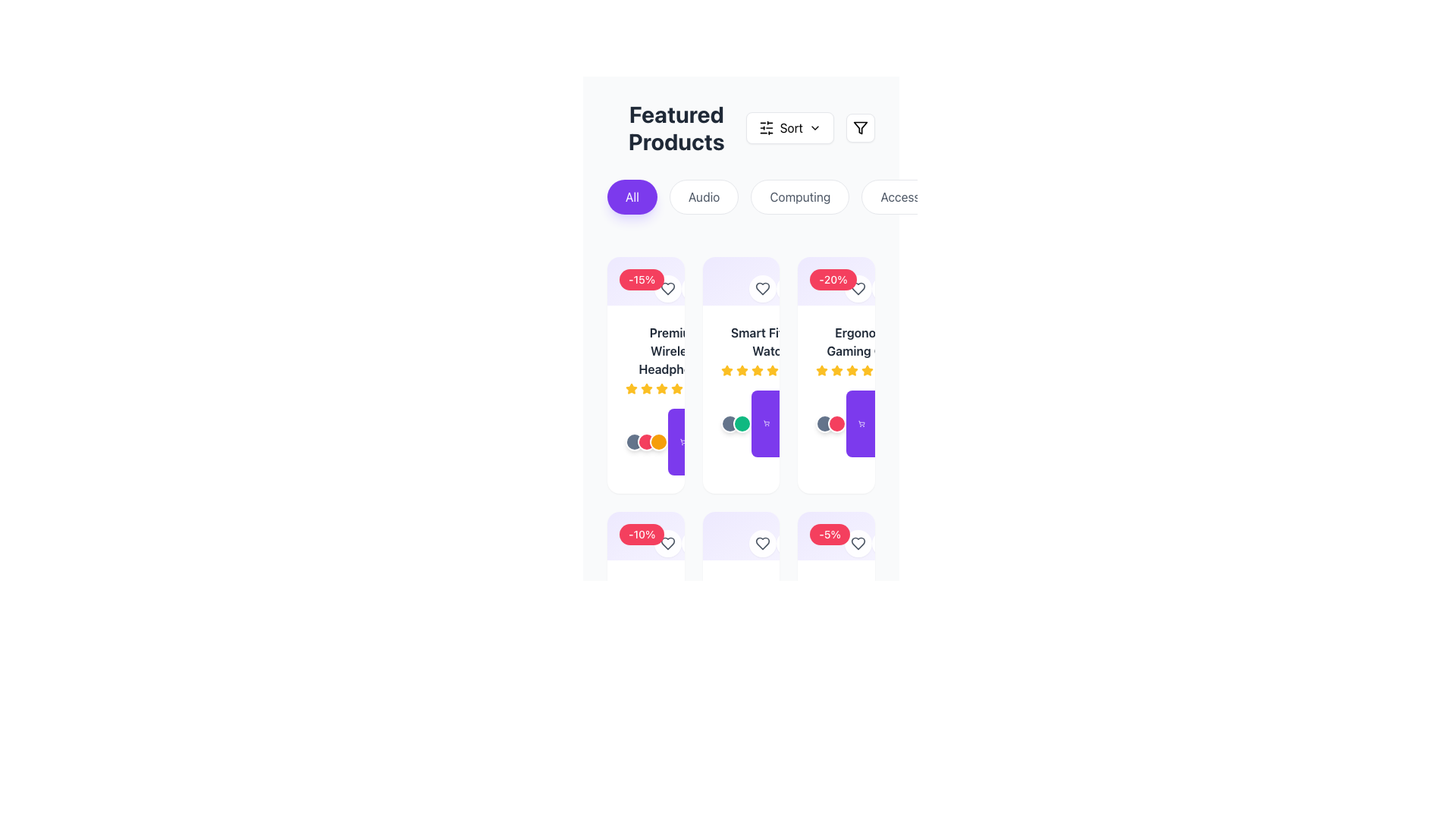 The image size is (1456, 819). What do you see at coordinates (632, 388) in the screenshot?
I see `the first star icon in the rating system under the product labeled 'Premium Wireless Headphone'` at bounding box center [632, 388].